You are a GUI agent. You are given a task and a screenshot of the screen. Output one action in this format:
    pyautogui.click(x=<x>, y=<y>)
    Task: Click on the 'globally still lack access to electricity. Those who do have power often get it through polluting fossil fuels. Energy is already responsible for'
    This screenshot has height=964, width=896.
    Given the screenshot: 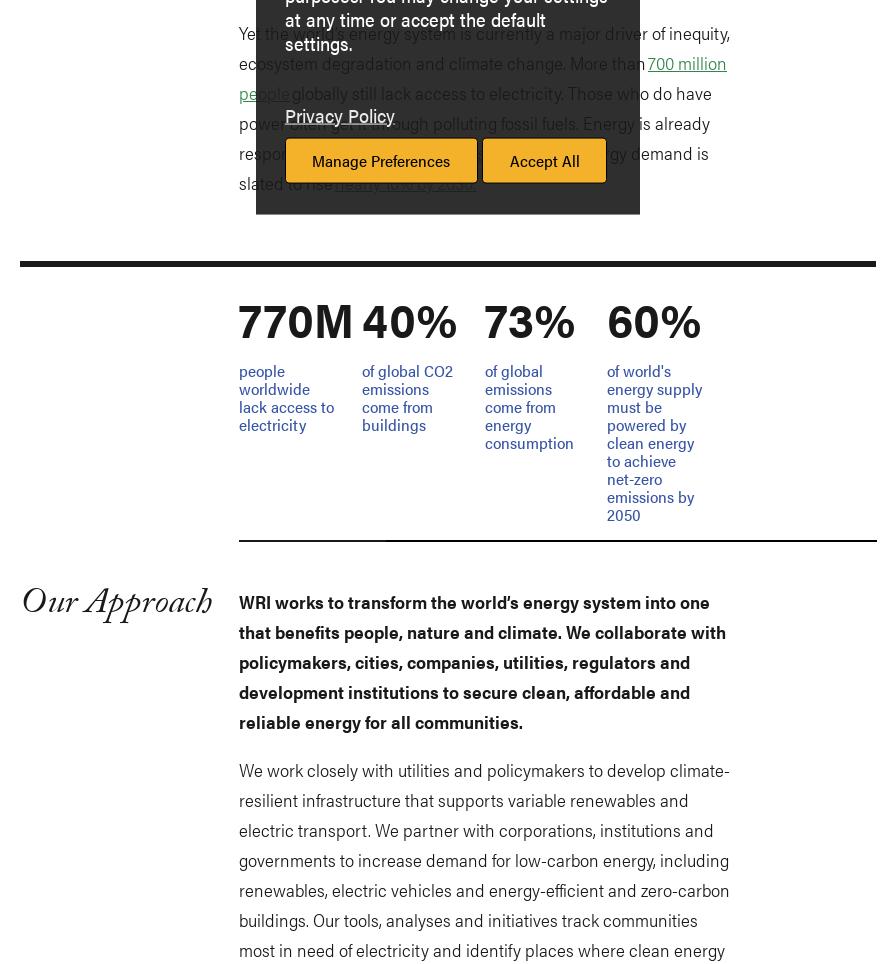 What is the action you would take?
    pyautogui.click(x=475, y=122)
    